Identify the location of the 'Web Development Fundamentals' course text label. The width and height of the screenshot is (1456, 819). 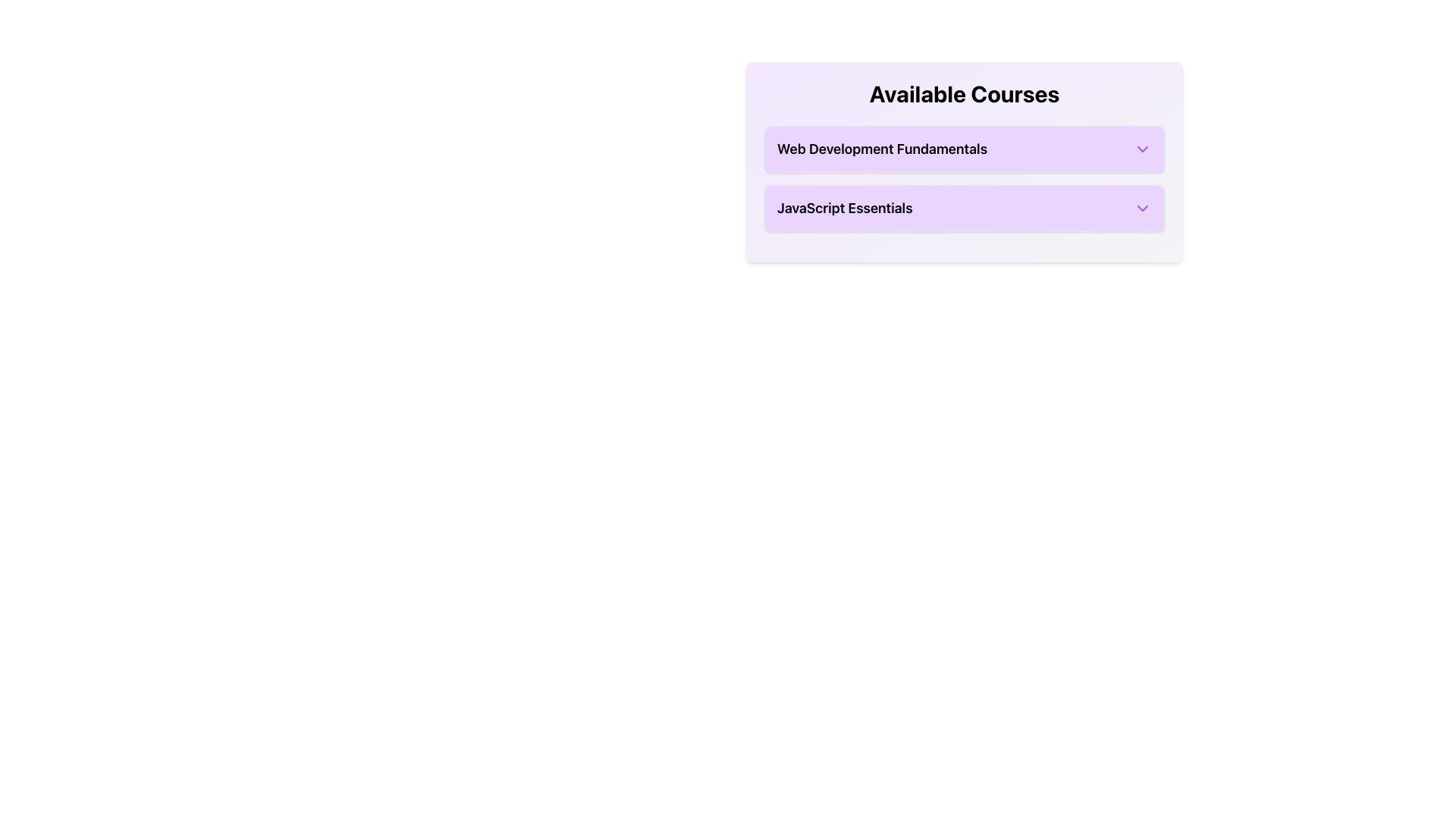
(882, 149).